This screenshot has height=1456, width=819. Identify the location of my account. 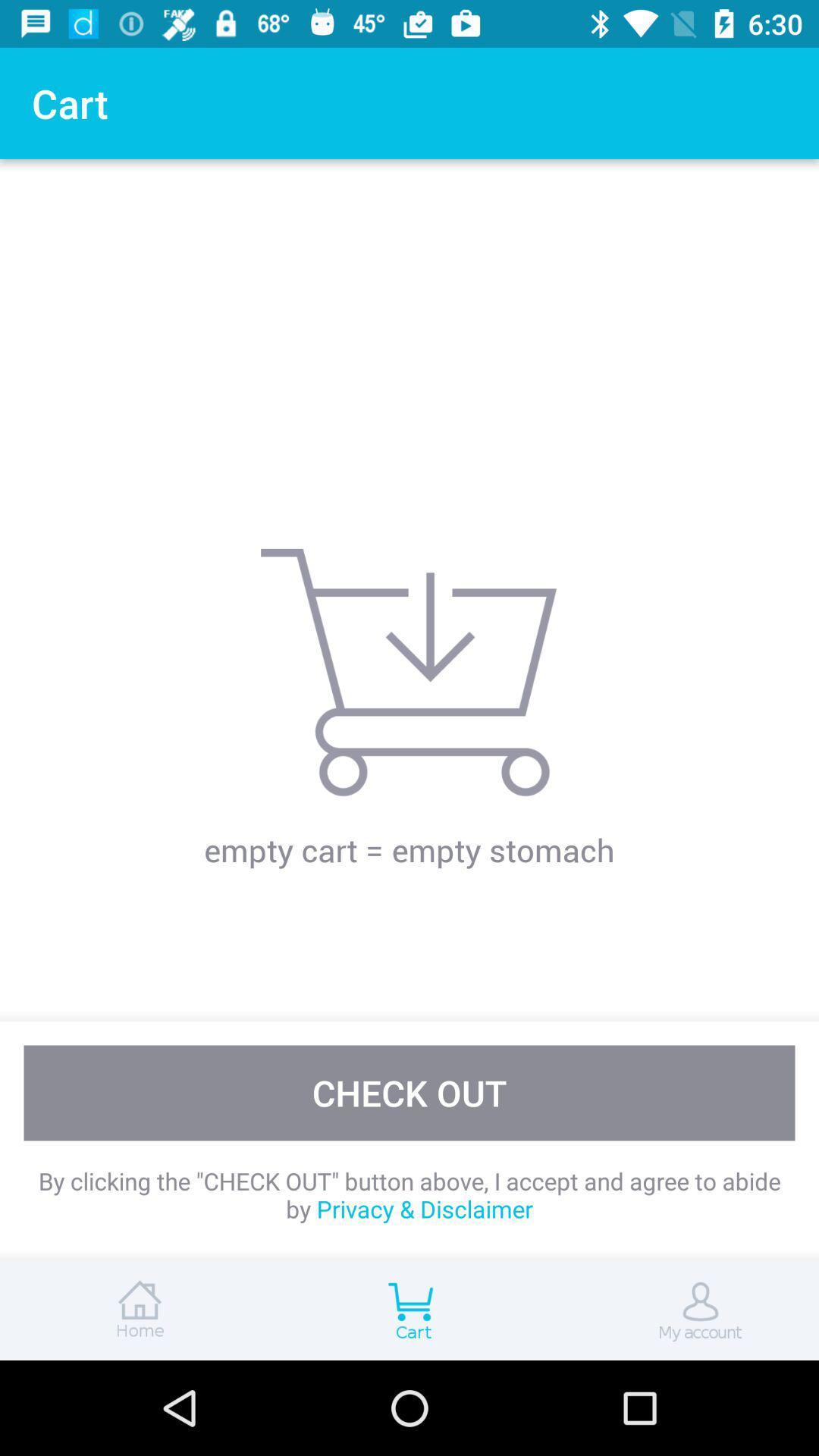
(681, 1310).